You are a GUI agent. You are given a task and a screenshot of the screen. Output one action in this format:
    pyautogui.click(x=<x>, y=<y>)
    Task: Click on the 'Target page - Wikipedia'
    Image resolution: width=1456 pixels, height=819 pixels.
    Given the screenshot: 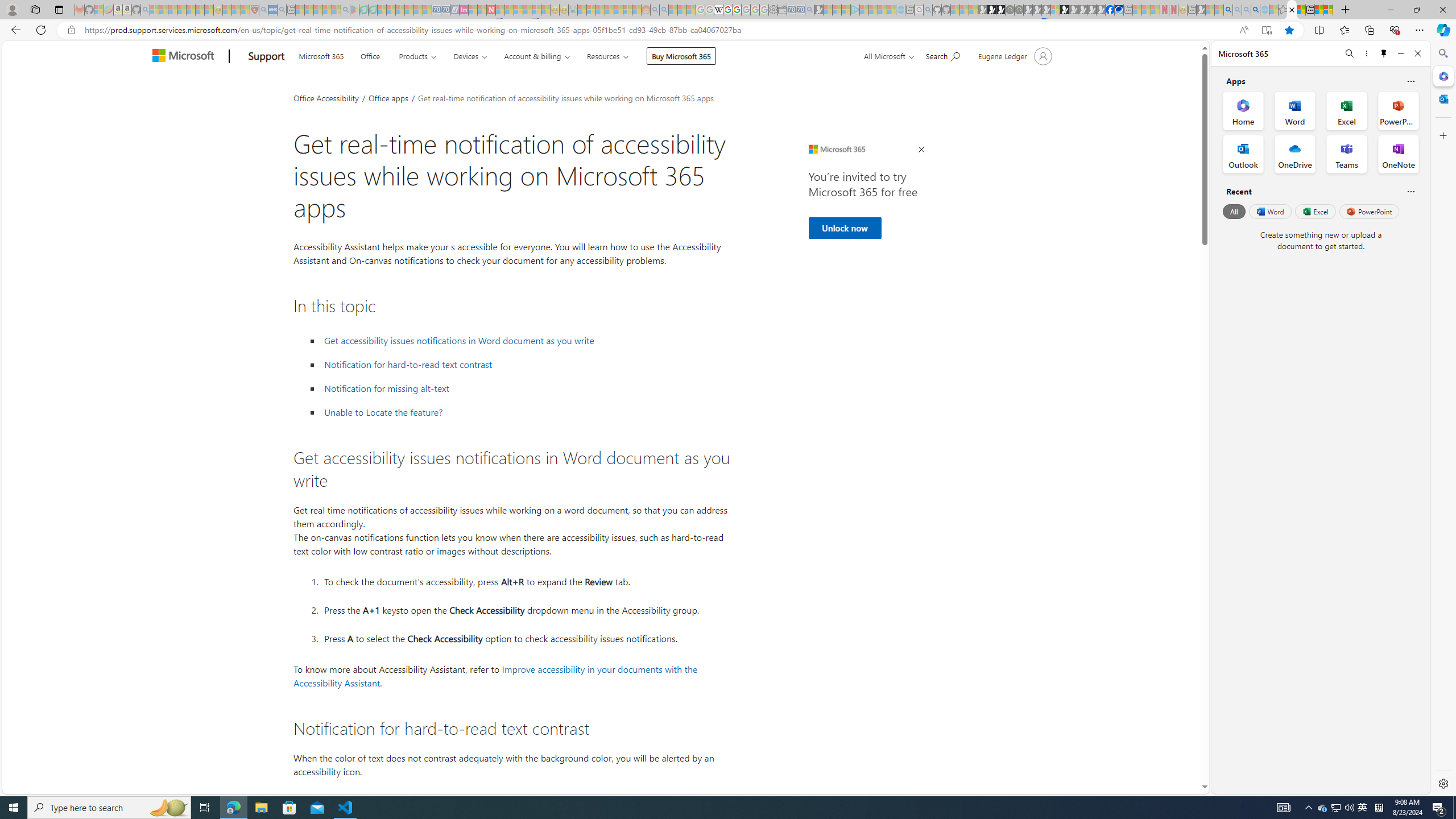 What is the action you would take?
    pyautogui.click(x=718, y=9)
    